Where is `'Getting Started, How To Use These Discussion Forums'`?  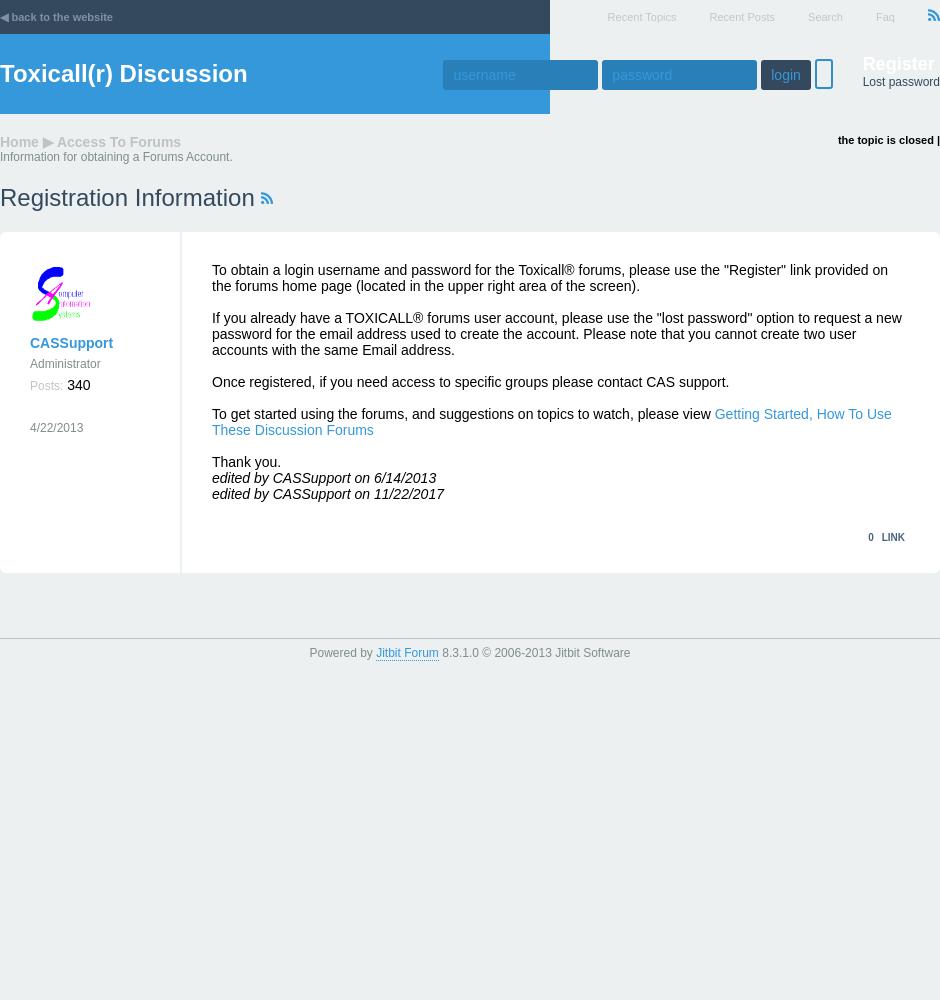 'Getting Started, How To Use These Discussion Forums' is located at coordinates (210, 422).